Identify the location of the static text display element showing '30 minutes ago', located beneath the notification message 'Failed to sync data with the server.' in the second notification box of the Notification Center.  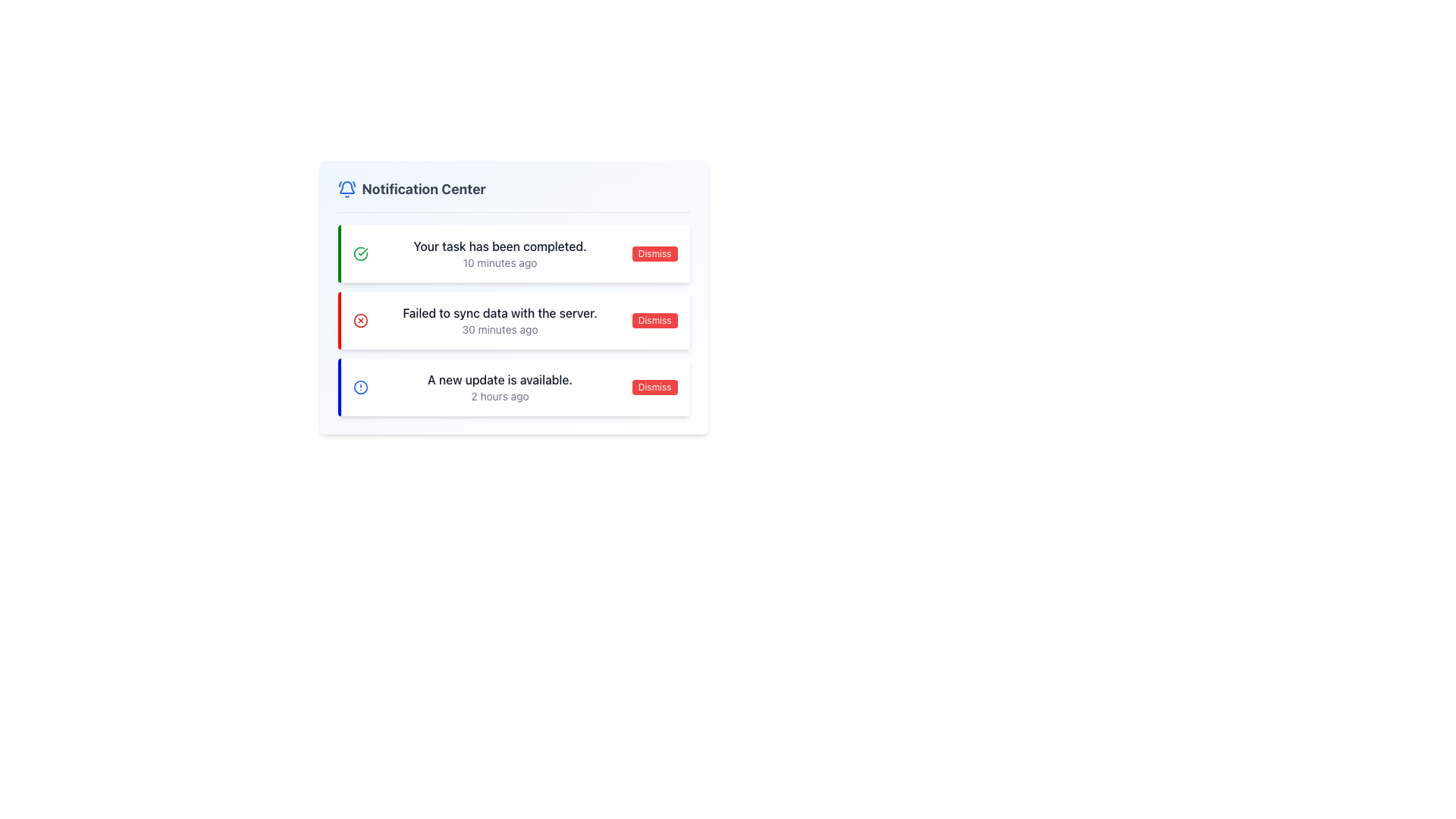
(500, 329).